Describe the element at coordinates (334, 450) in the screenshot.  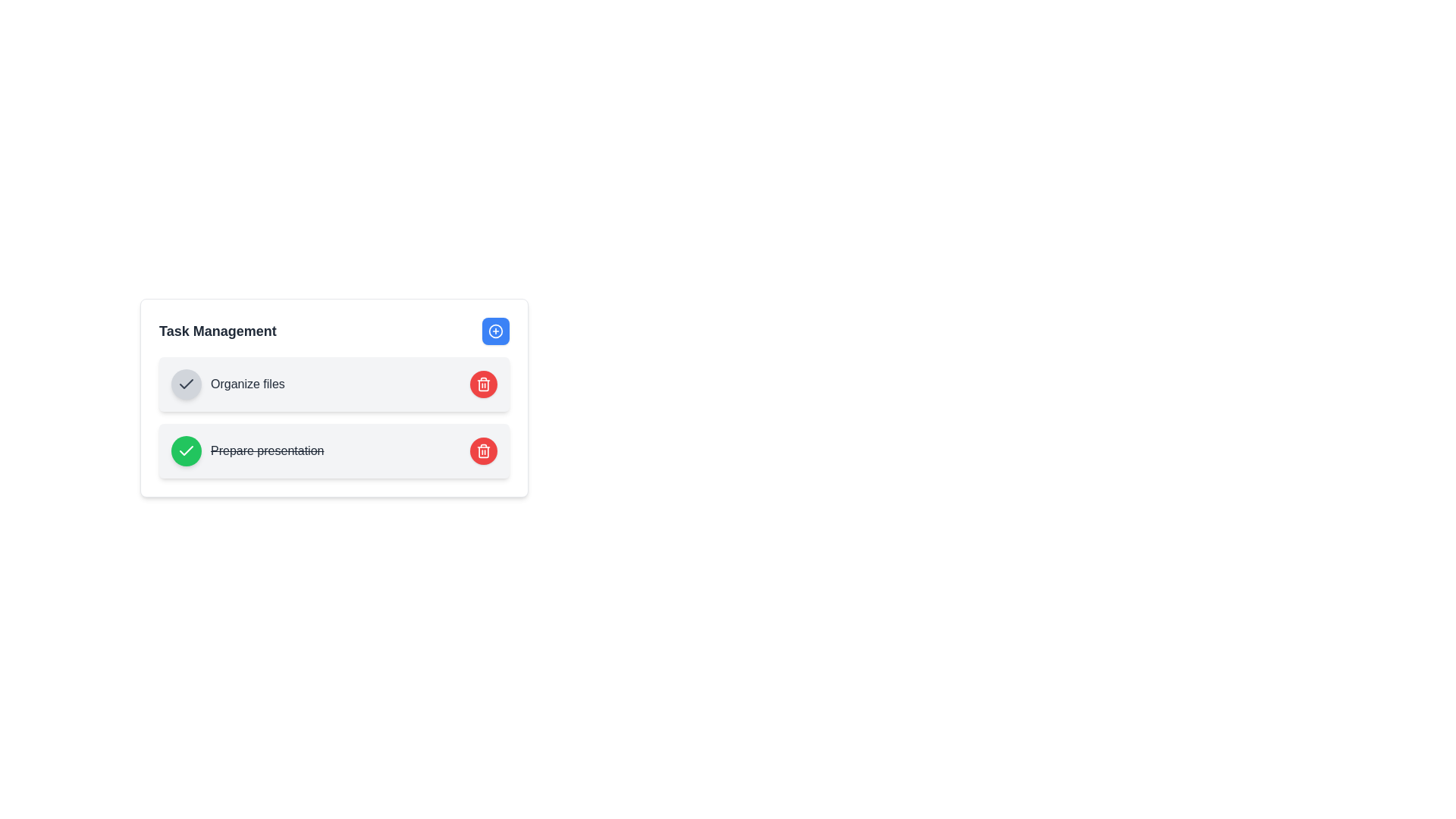
I see `the green checkmark button of the completed task in the second position of the Task Management list to uncheck the task` at that location.